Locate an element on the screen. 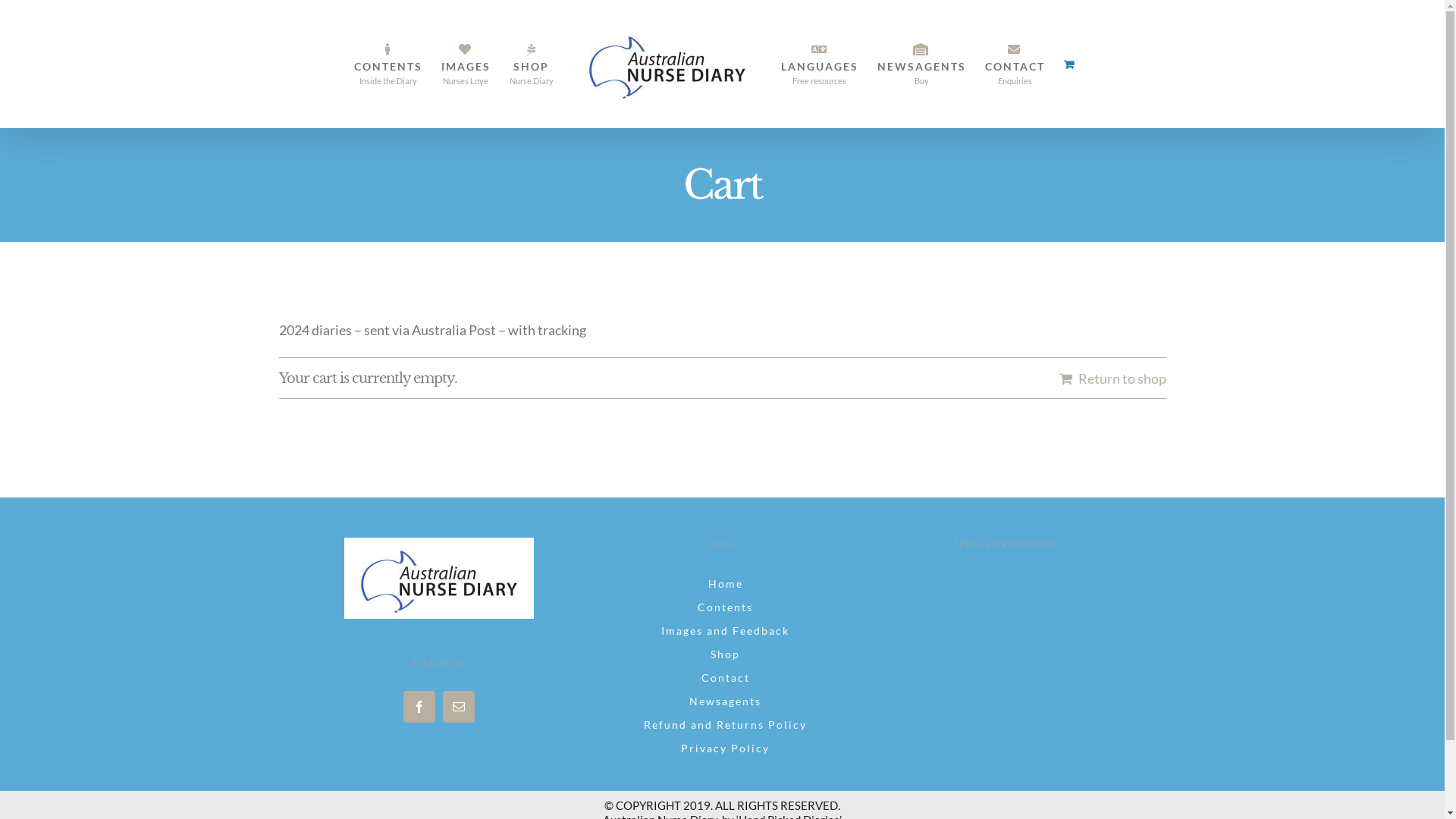  'Privacy Policy' is located at coordinates (720, 748).